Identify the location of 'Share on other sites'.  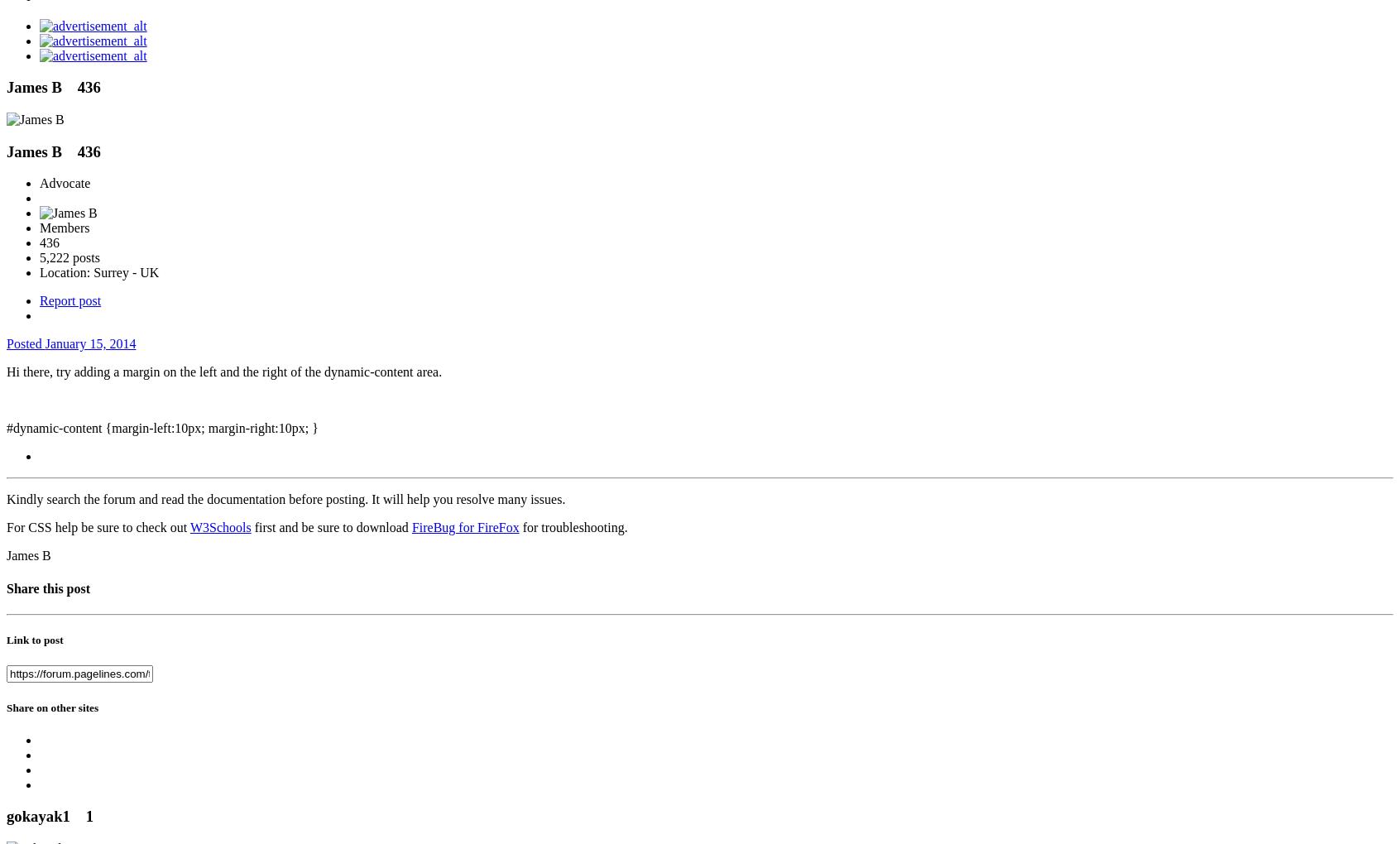
(51, 706).